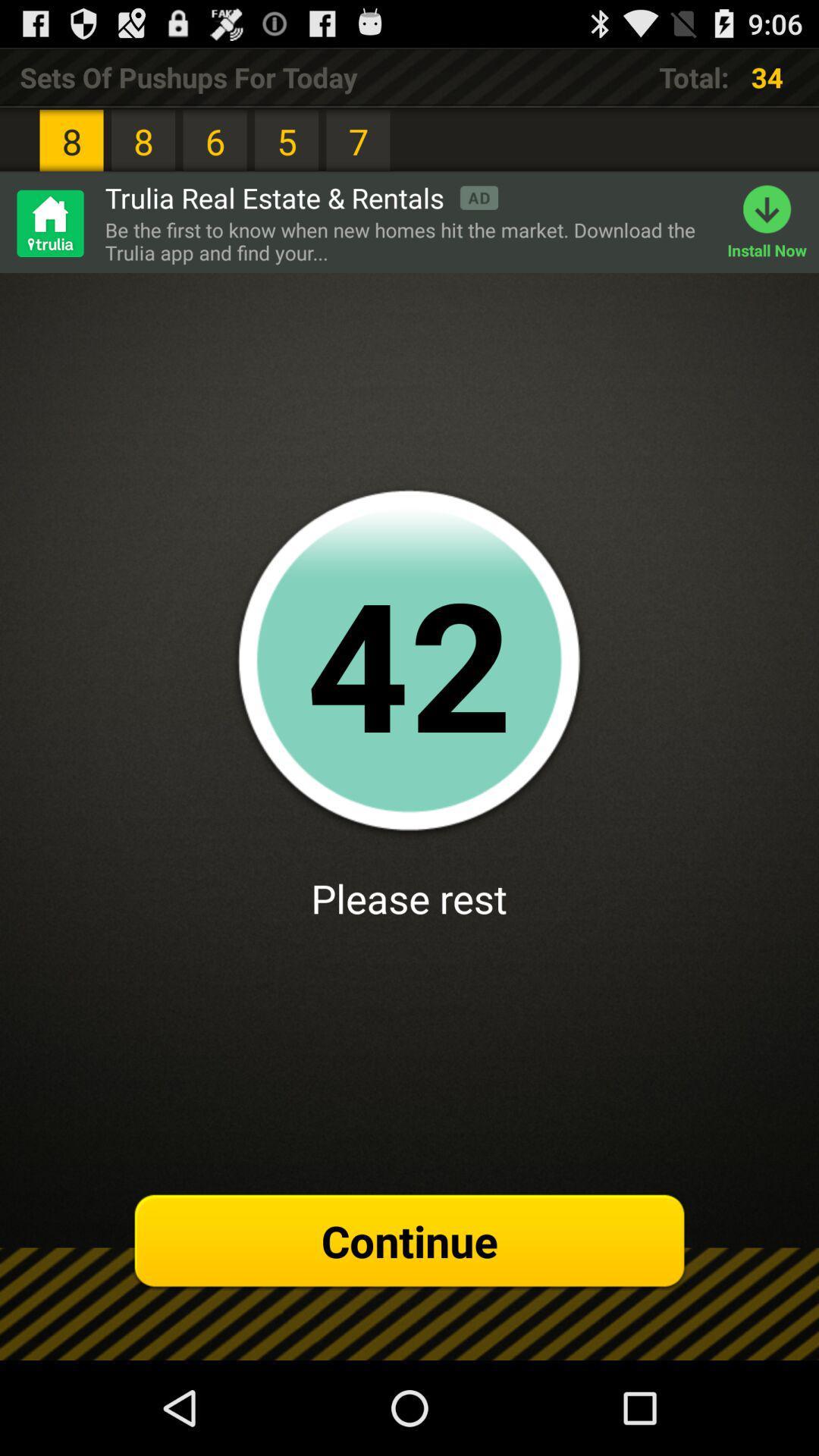 The image size is (819, 1456). Describe the element at coordinates (773, 222) in the screenshot. I see `install now icon` at that location.